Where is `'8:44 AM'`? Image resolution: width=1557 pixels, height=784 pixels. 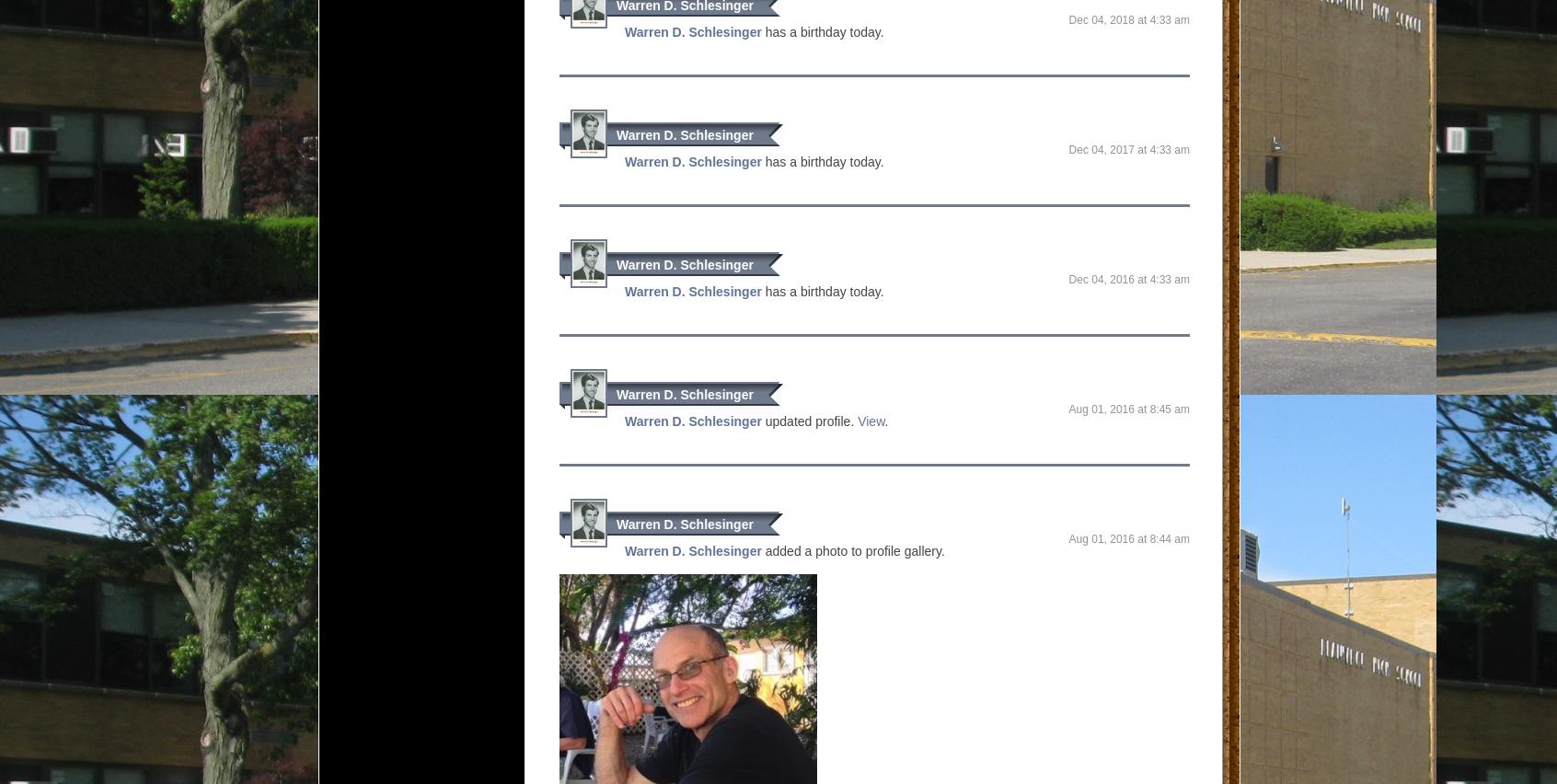
'8:44 AM' is located at coordinates (1169, 538).